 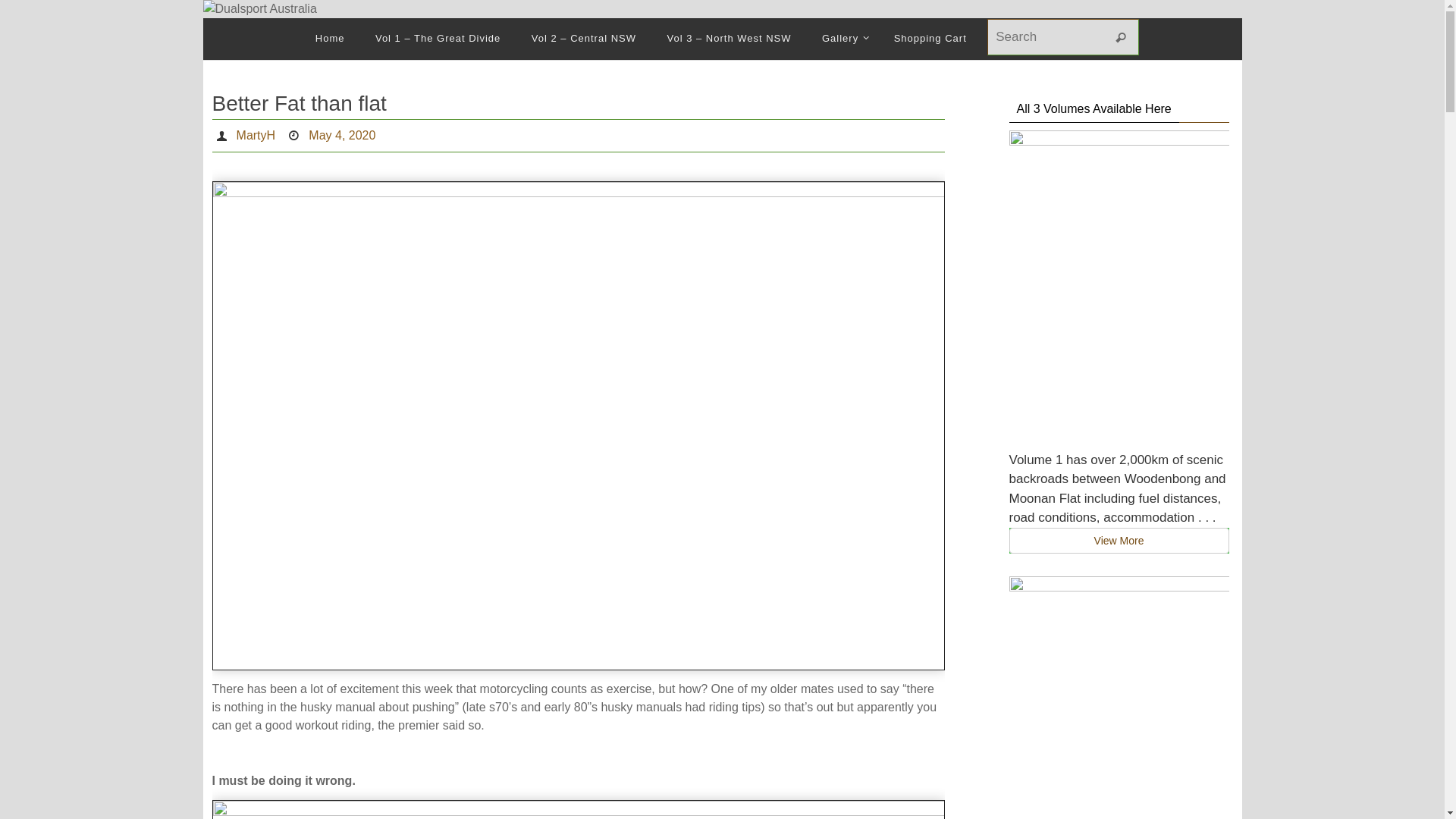 What do you see at coordinates (329, 38) in the screenshot?
I see `'Home'` at bounding box center [329, 38].